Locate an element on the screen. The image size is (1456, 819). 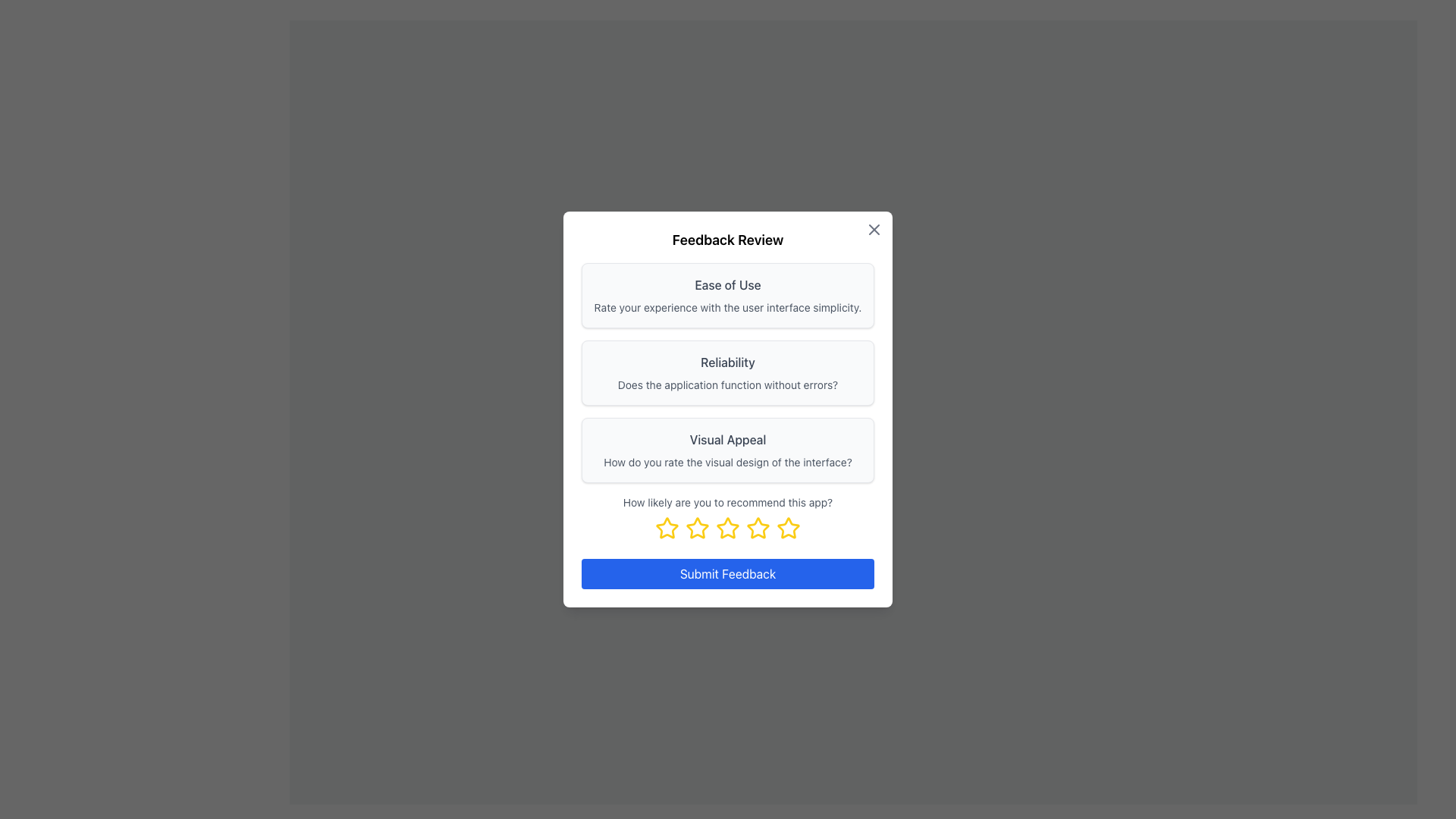
text label that says 'Rate your experience with the user interface simplicity.' located beneath the 'Ease of Use' section heading in the feedback review modal dialog is located at coordinates (728, 307).